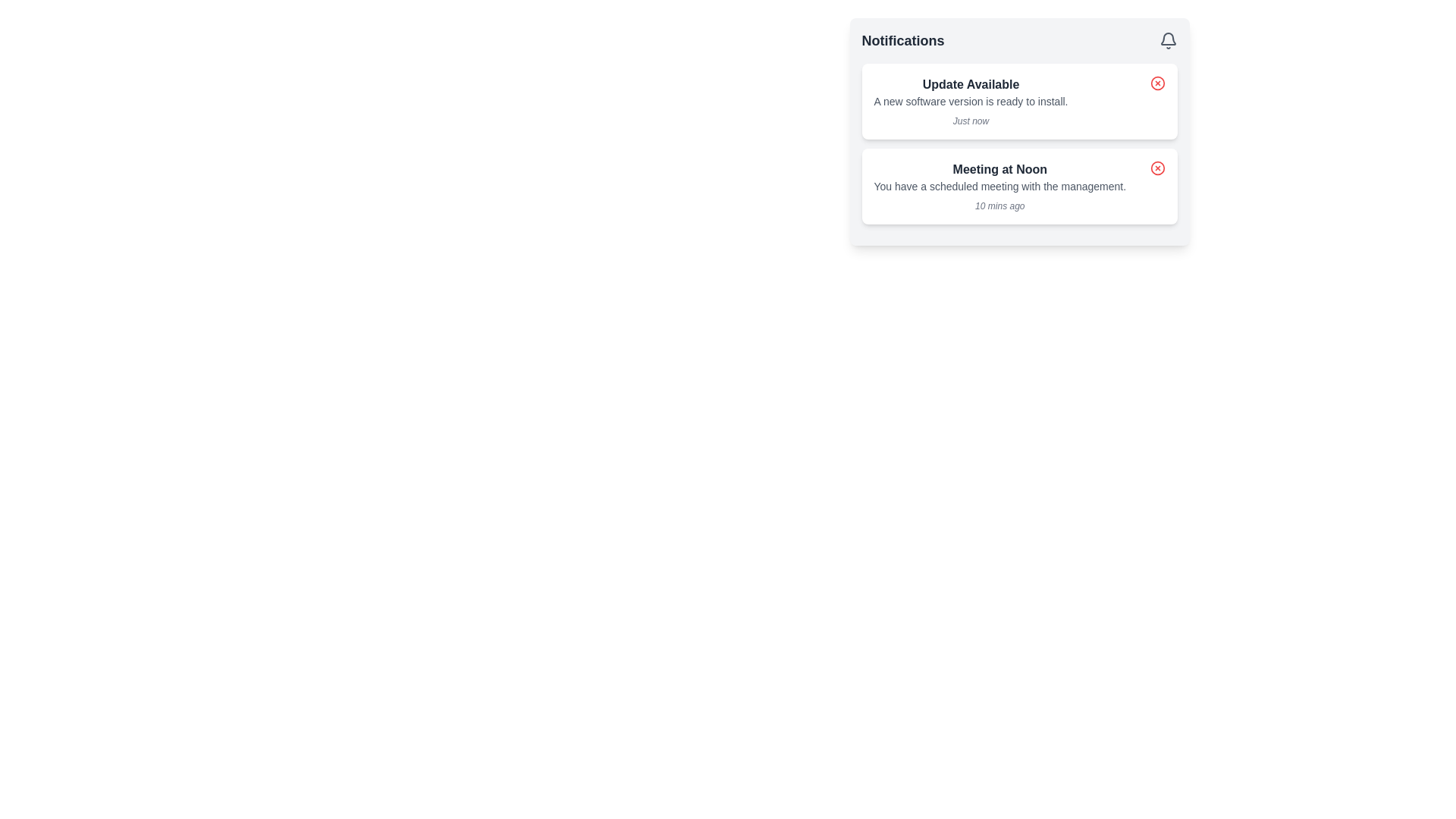 The height and width of the screenshot is (819, 1456). What do you see at coordinates (971, 120) in the screenshot?
I see `the static text label displaying the time of the notification under the 'Update Available' heading in the first notification card` at bounding box center [971, 120].